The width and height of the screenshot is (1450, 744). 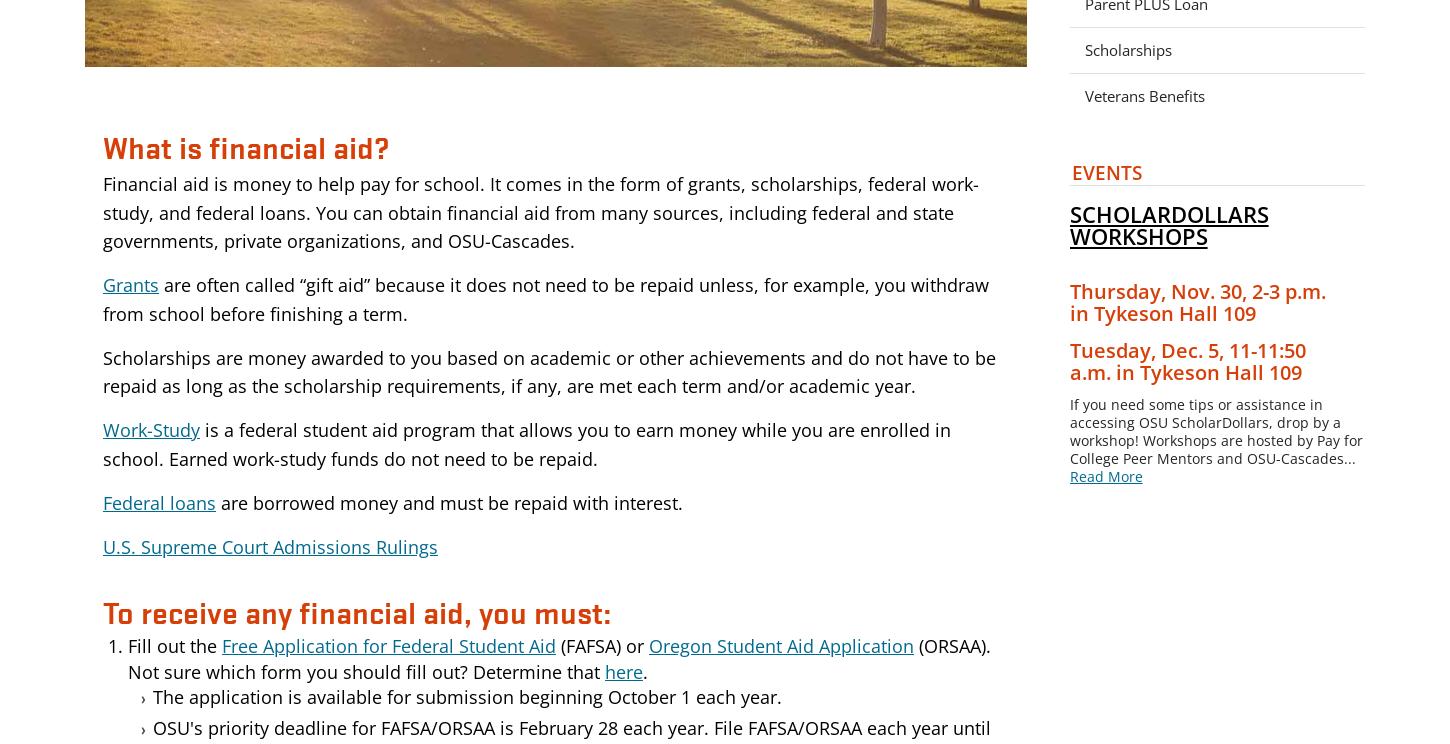 I want to click on 'If you need some tips or assistance in accessing OSU ScholarDollars, drop by a workshop! Workshops are hosted by Pay for College Peer Mentors and OSU-Cascades...', so click(x=1215, y=429).